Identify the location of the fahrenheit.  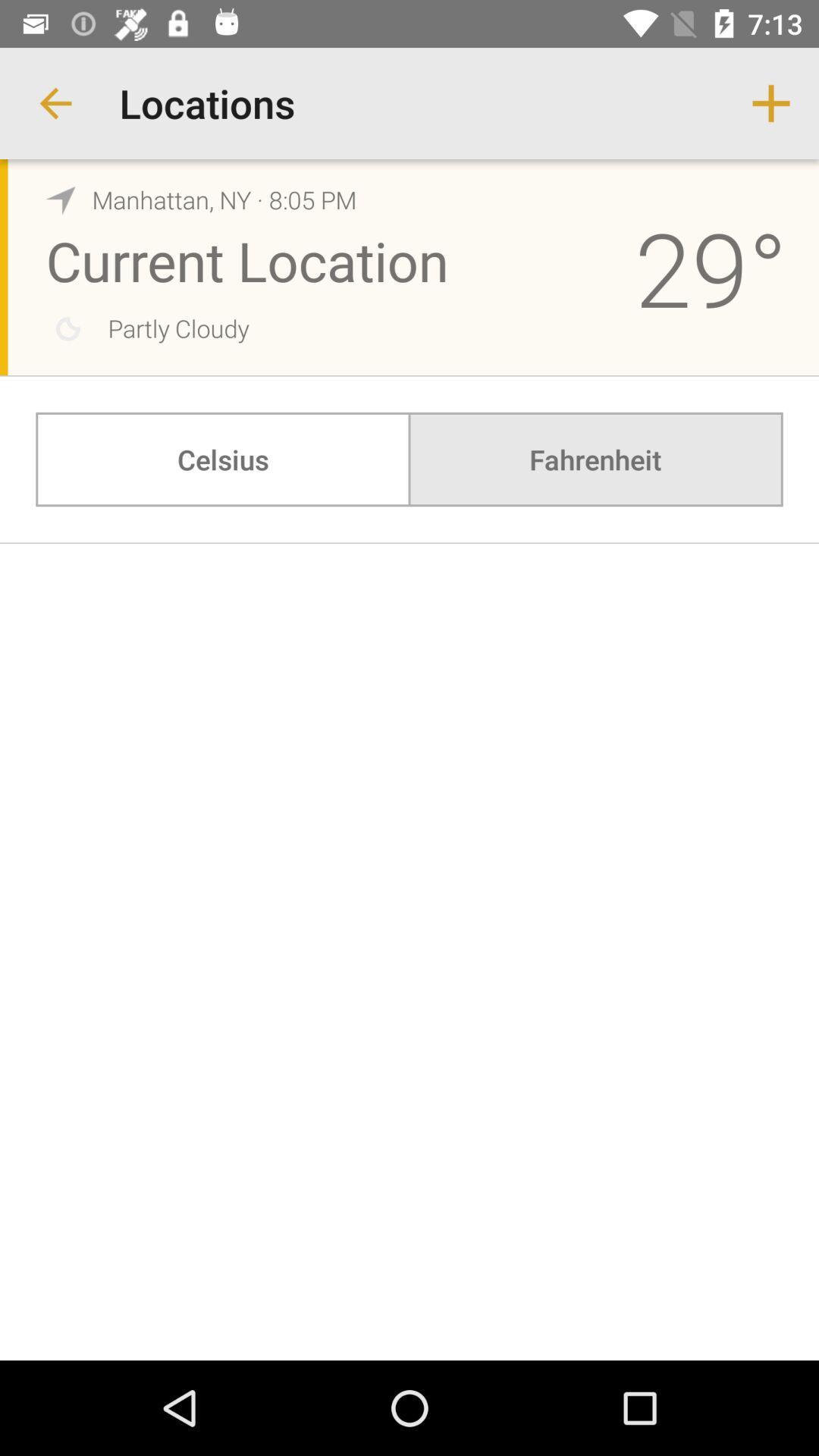
(595, 458).